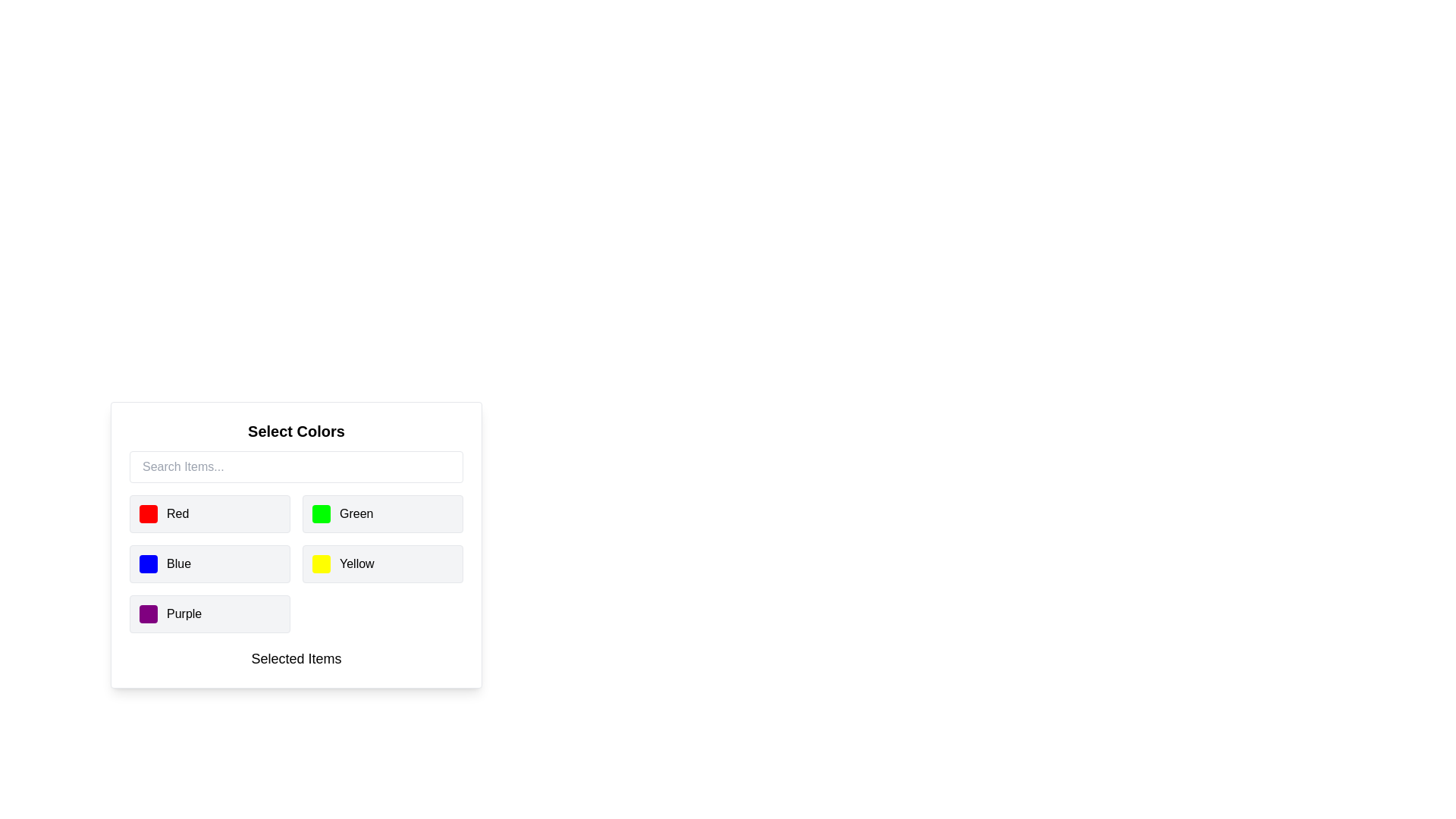 This screenshot has height=819, width=1456. What do you see at coordinates (320, 564) in the screenshot?
I see `the color option associated with the bright yellow color swatch located to the left of the text 'Yellow' in the 'Select Colors' panel by clicking on it` at bounding box center [320, 564].